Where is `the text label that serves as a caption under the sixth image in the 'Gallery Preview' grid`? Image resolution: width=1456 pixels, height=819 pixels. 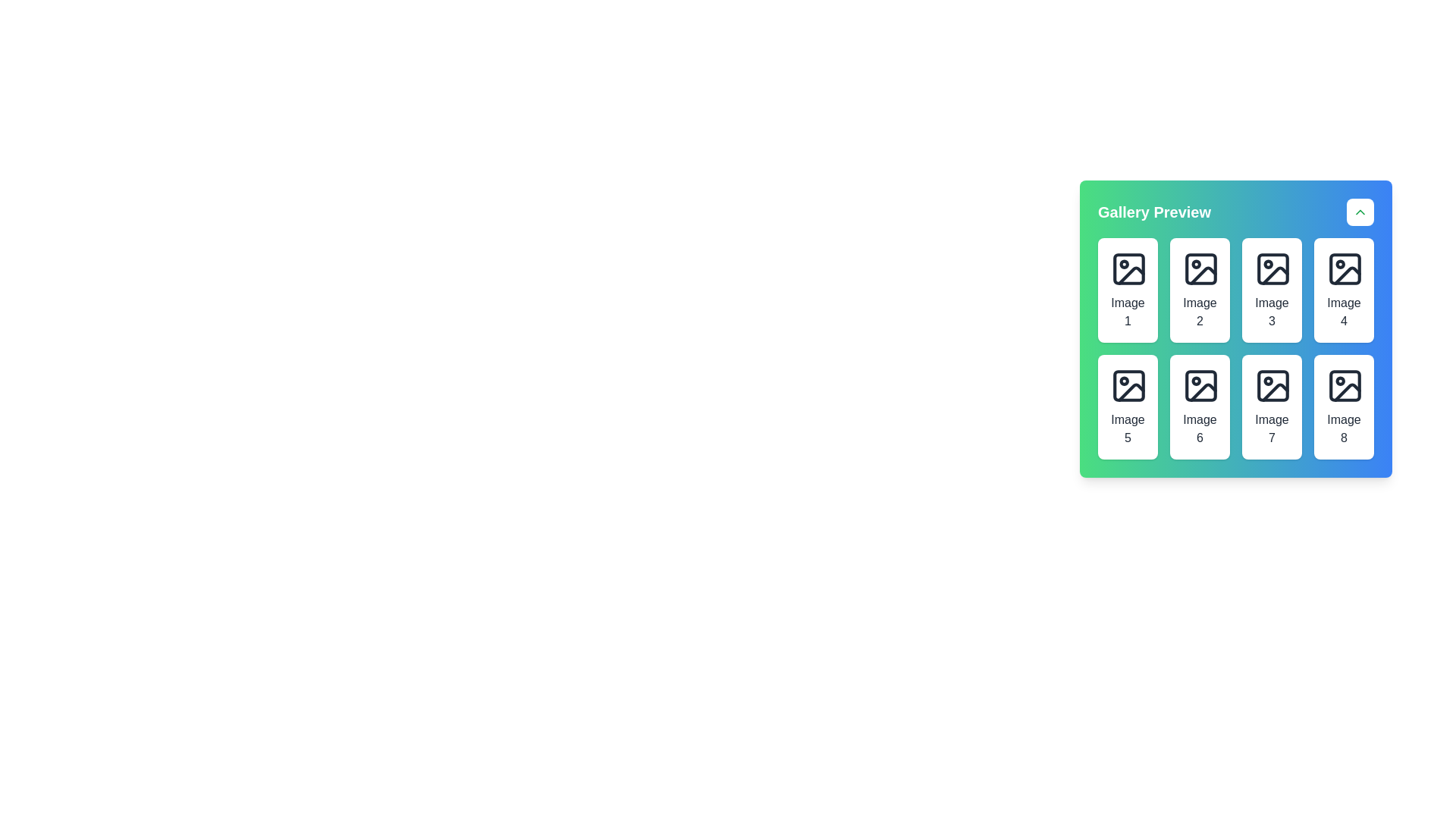
the text label that serves as a caption under the sixth image in the 'Gallery Preview' grid is located at coordinates (1199, 429).